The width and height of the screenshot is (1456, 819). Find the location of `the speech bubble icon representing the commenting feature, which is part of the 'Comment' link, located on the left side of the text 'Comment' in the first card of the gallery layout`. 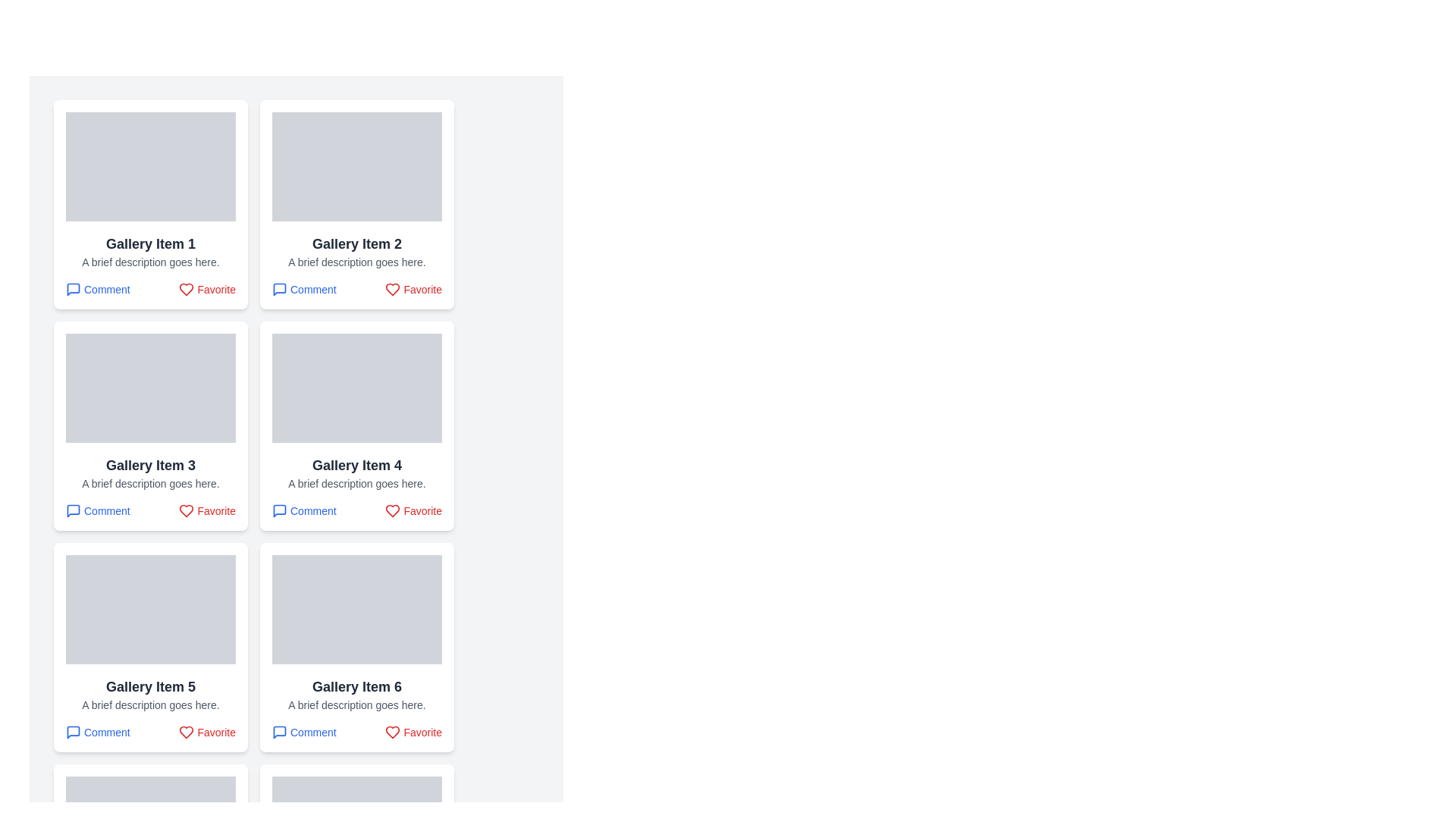

the speech bubble icon representing the commenting feature, which is part of the 'Comment' link, located on the left side of the text 'Comment' in the first card of the gallery layout is located at coordinates (72, 289).